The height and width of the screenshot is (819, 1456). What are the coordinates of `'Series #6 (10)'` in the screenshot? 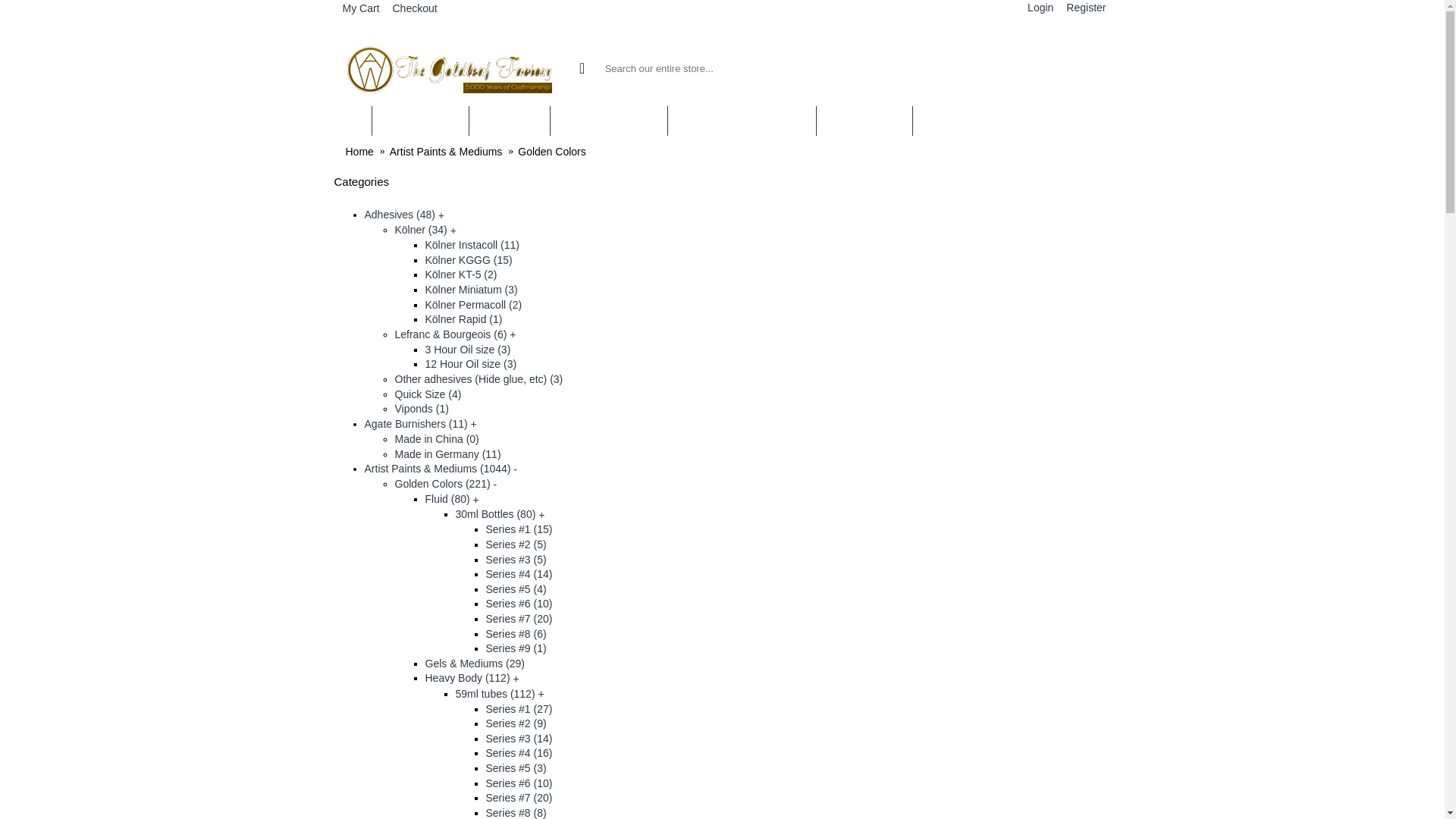 It's located at (518, 602).